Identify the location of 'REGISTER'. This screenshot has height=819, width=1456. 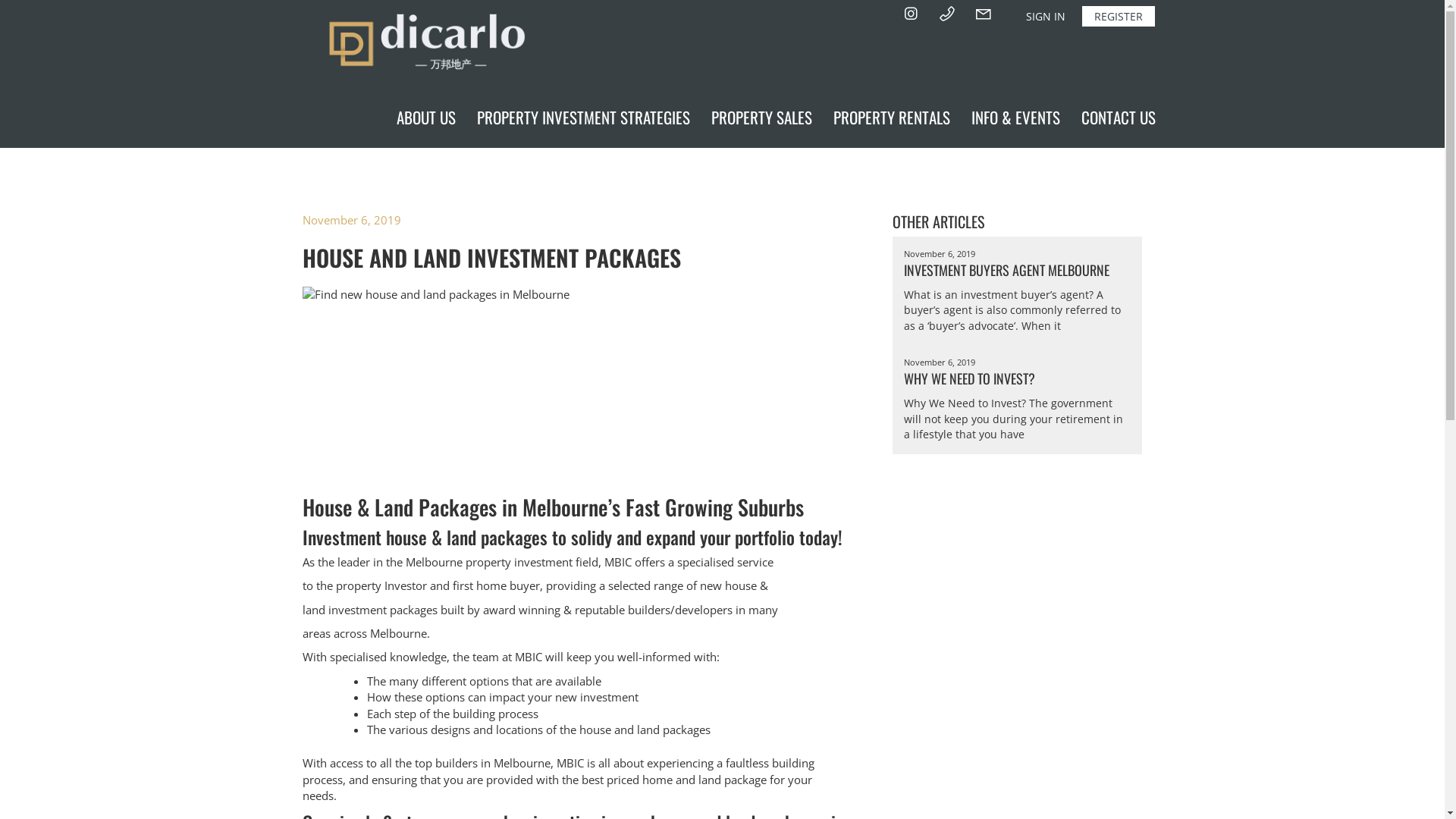
(1117, 16).